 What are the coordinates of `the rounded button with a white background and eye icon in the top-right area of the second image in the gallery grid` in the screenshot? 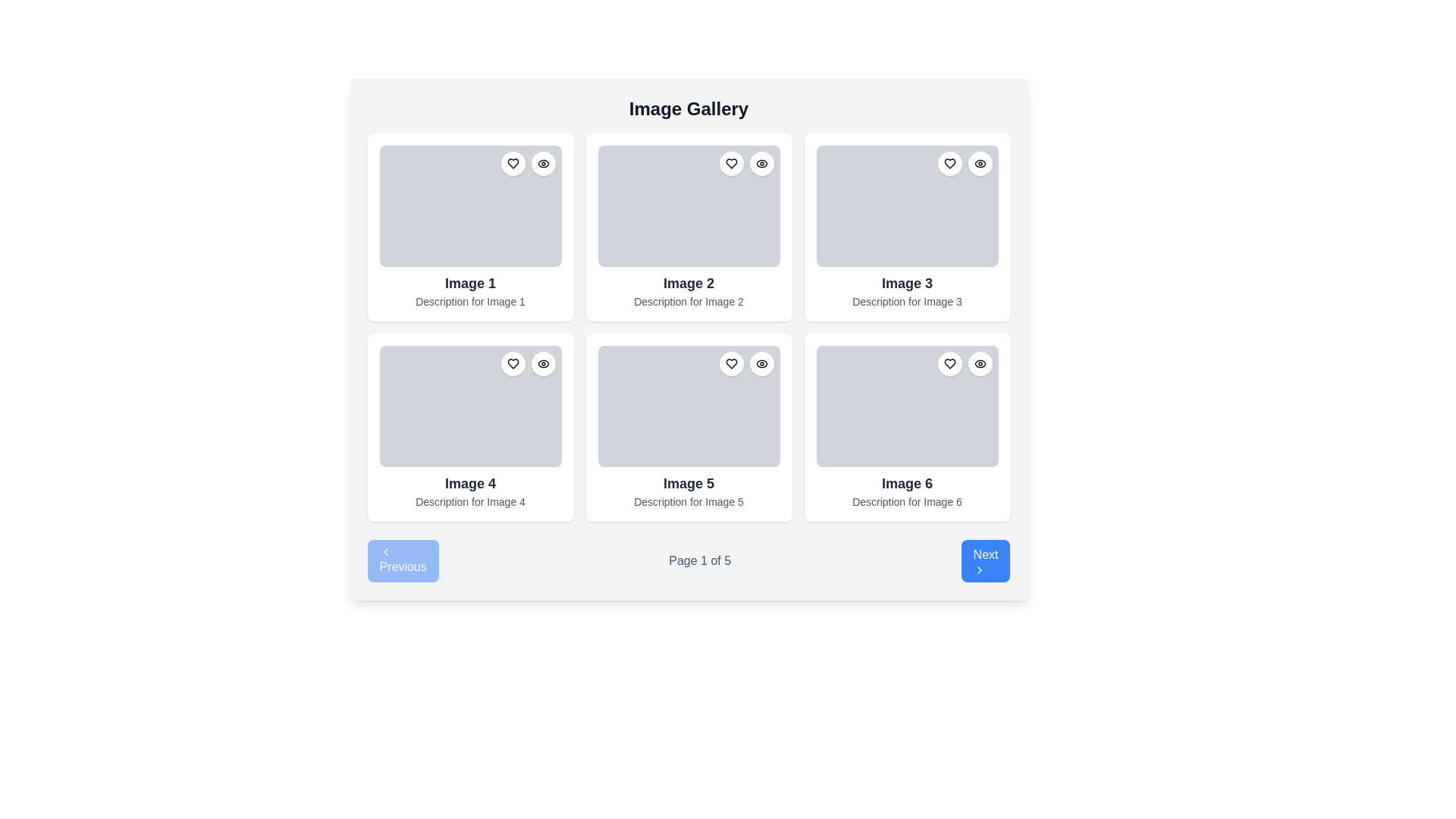 It's located at (761, 164).